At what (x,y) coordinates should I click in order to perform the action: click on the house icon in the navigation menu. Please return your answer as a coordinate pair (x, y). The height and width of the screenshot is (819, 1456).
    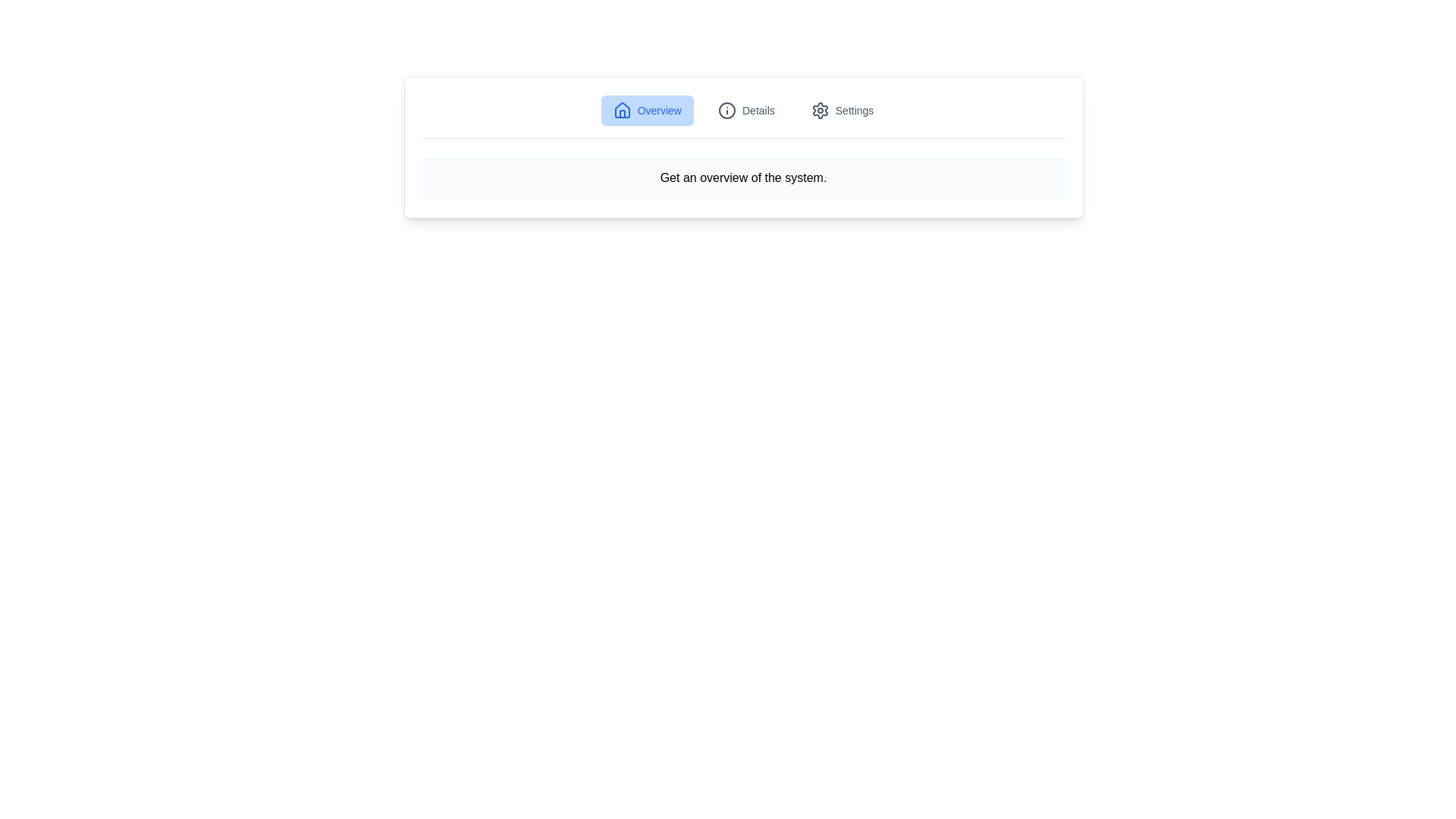
    Looking at the image, I should click on (622, 109).